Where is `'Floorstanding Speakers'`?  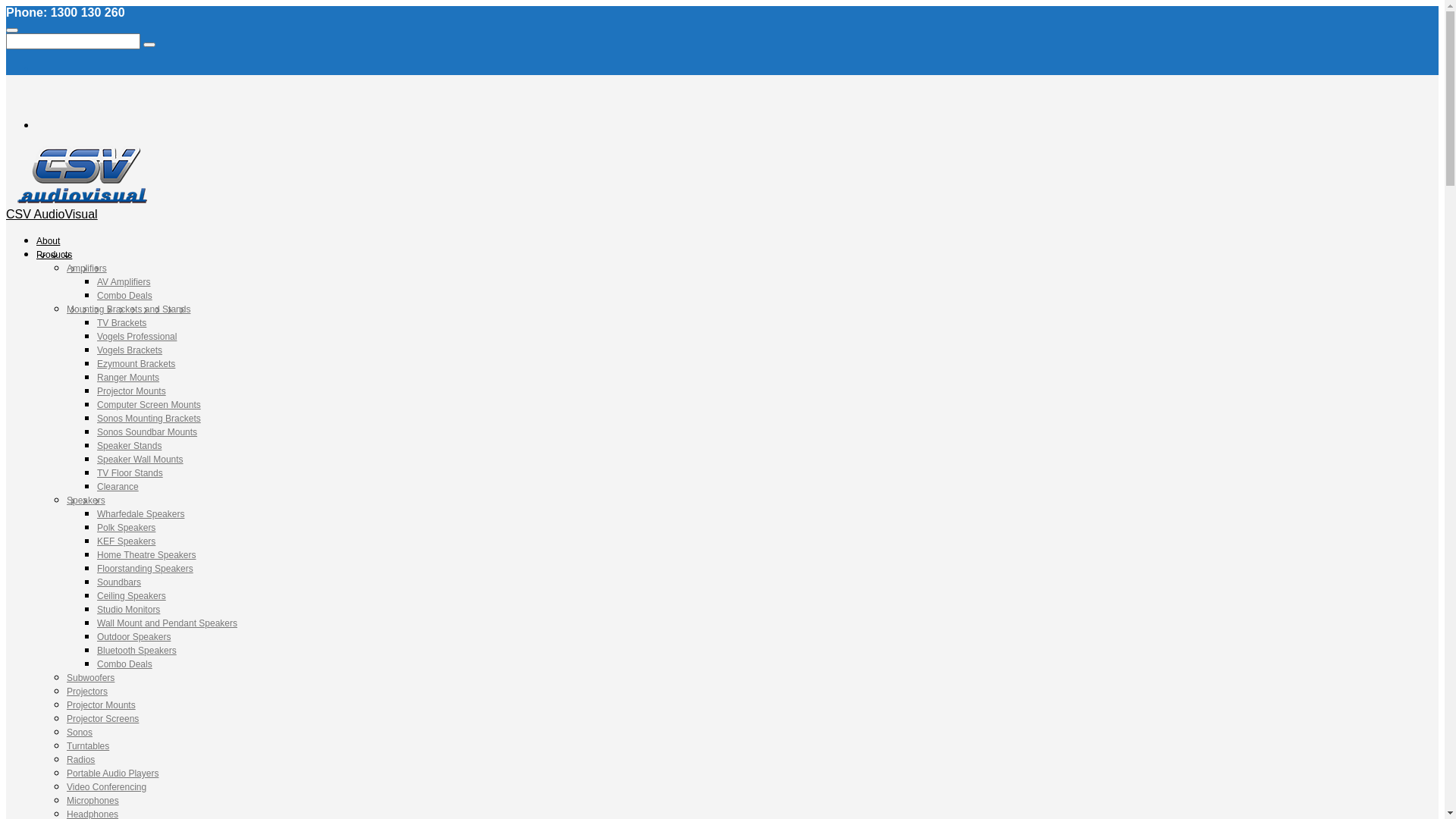
'Floorstanding Speakers' is located at coordinates (145, 568).